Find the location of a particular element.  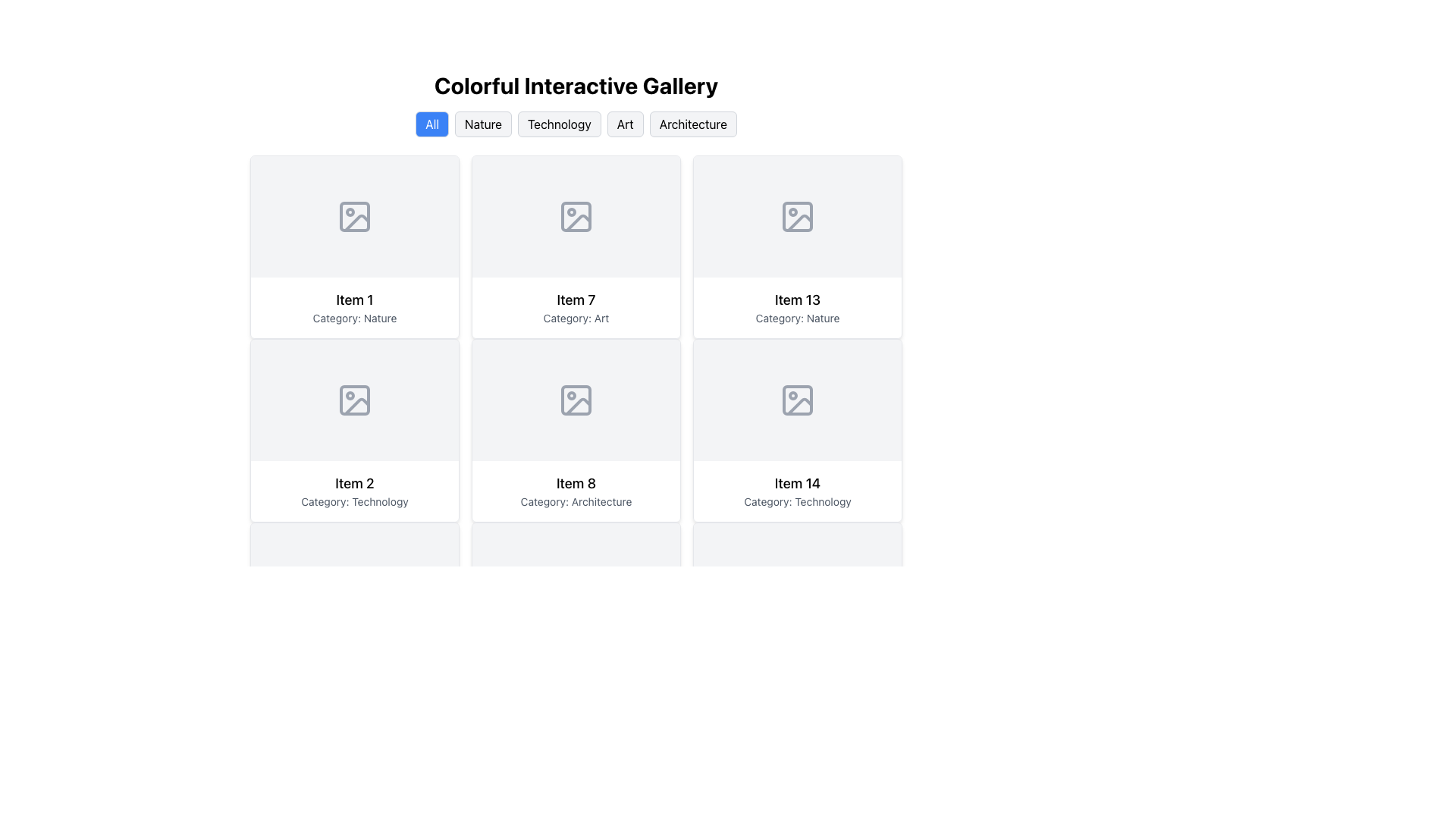

the text label indicating that 'Item 7' belongs to the 'Art' category, which is centrally located below the 'Item 7' label is located at coordinates (575, 318).